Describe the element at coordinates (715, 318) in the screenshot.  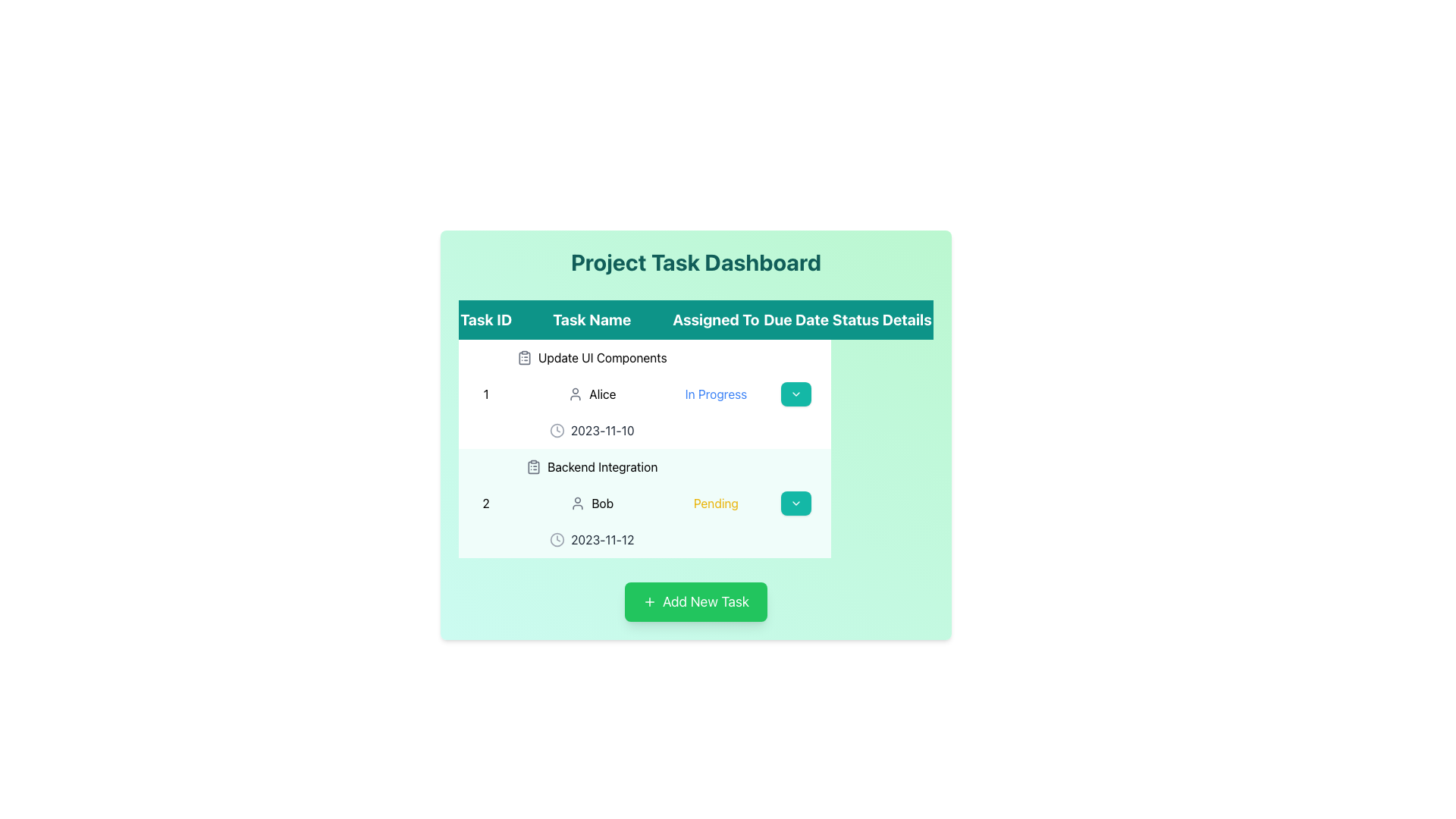
I see `the 'Assigned To' column header in the table, which is the third header from the left, situated between 'Task Name' and 'Due Date'` at that location.